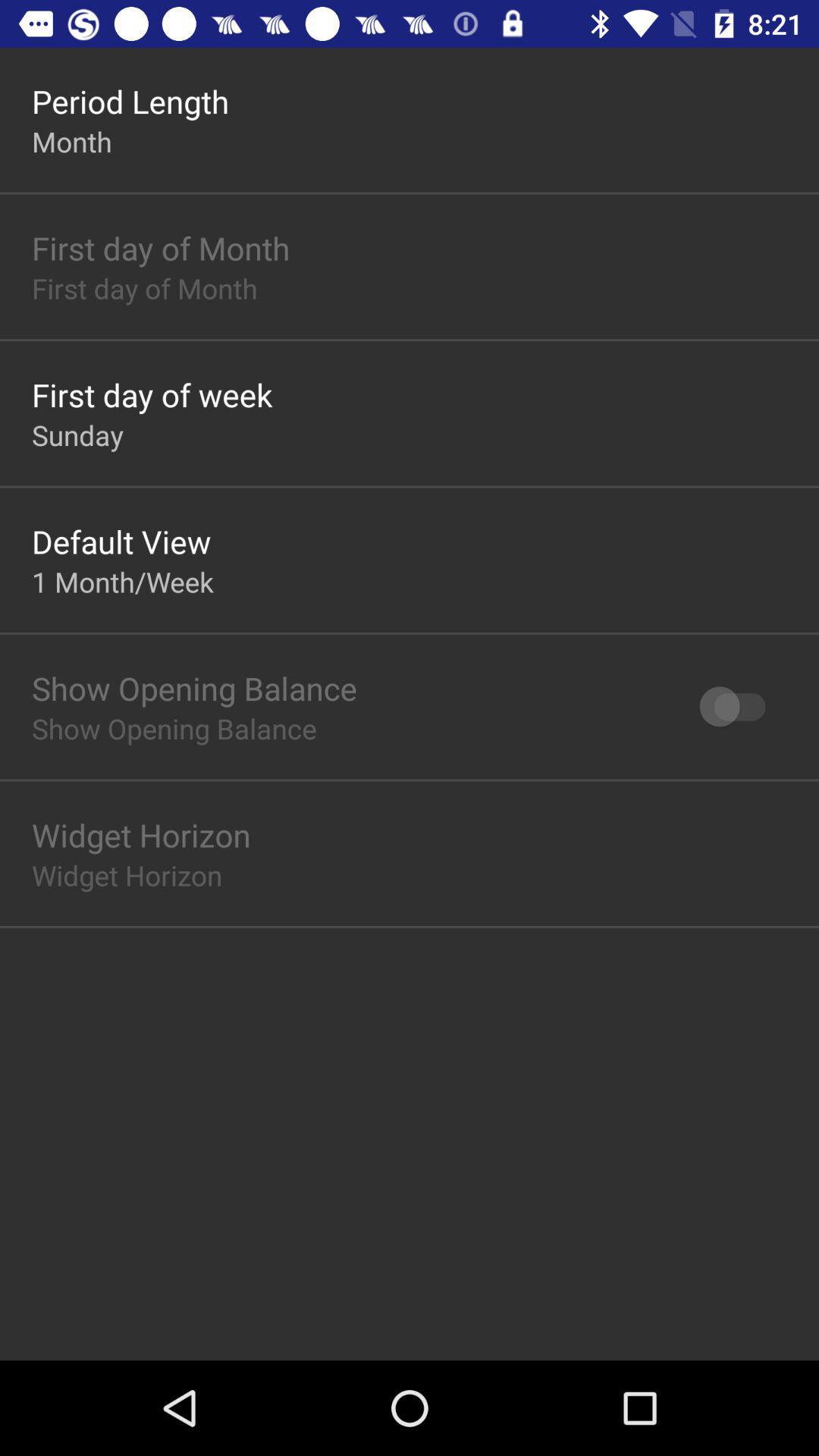 Image resolution: width=819 pixels, height=1456 pixels. What do you see at coordinates (130, 100) in the screenshot?
I see `item above the month app` at bounding box center [130, 100].